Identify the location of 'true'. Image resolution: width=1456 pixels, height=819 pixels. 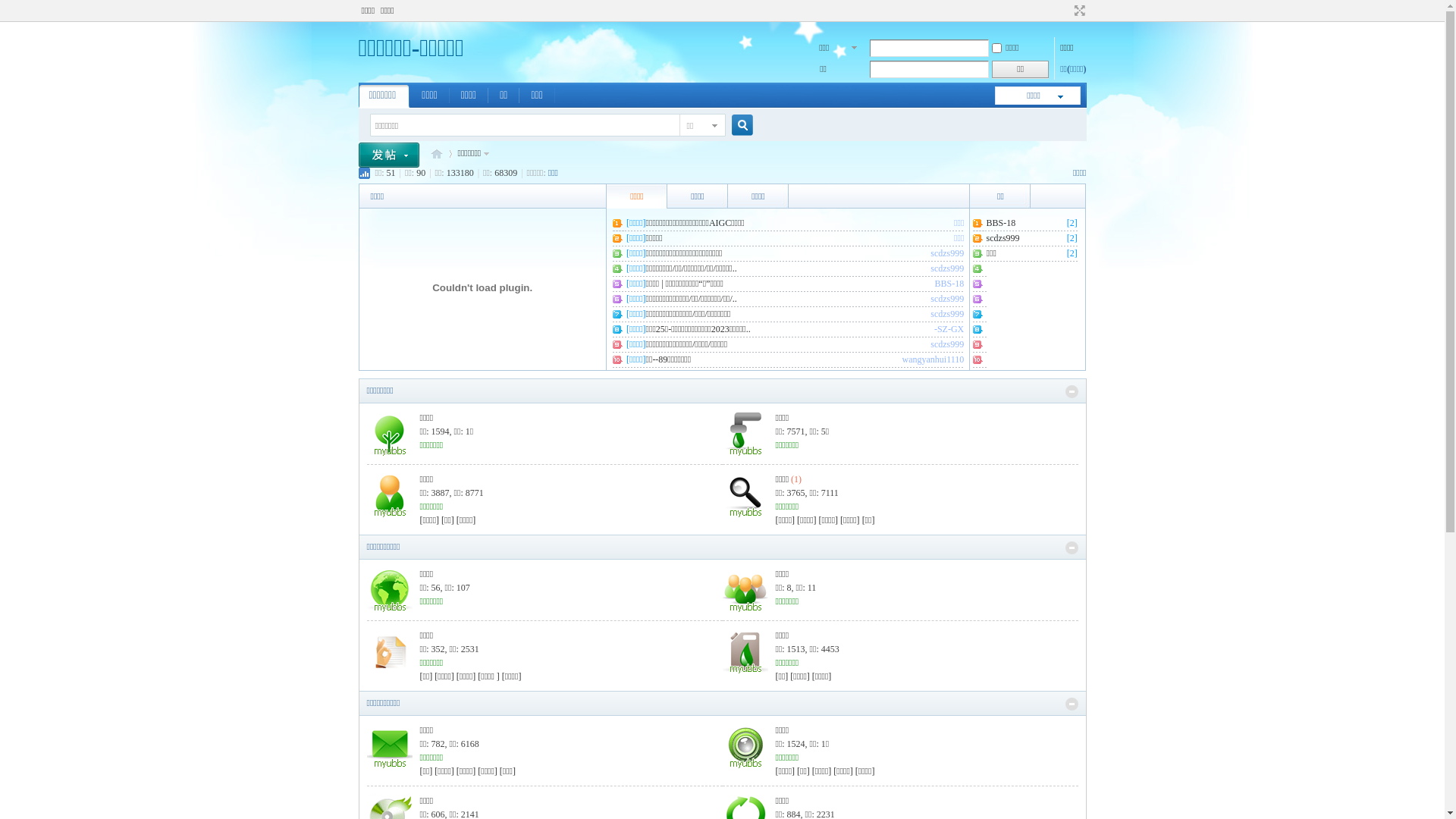
(736, 124).